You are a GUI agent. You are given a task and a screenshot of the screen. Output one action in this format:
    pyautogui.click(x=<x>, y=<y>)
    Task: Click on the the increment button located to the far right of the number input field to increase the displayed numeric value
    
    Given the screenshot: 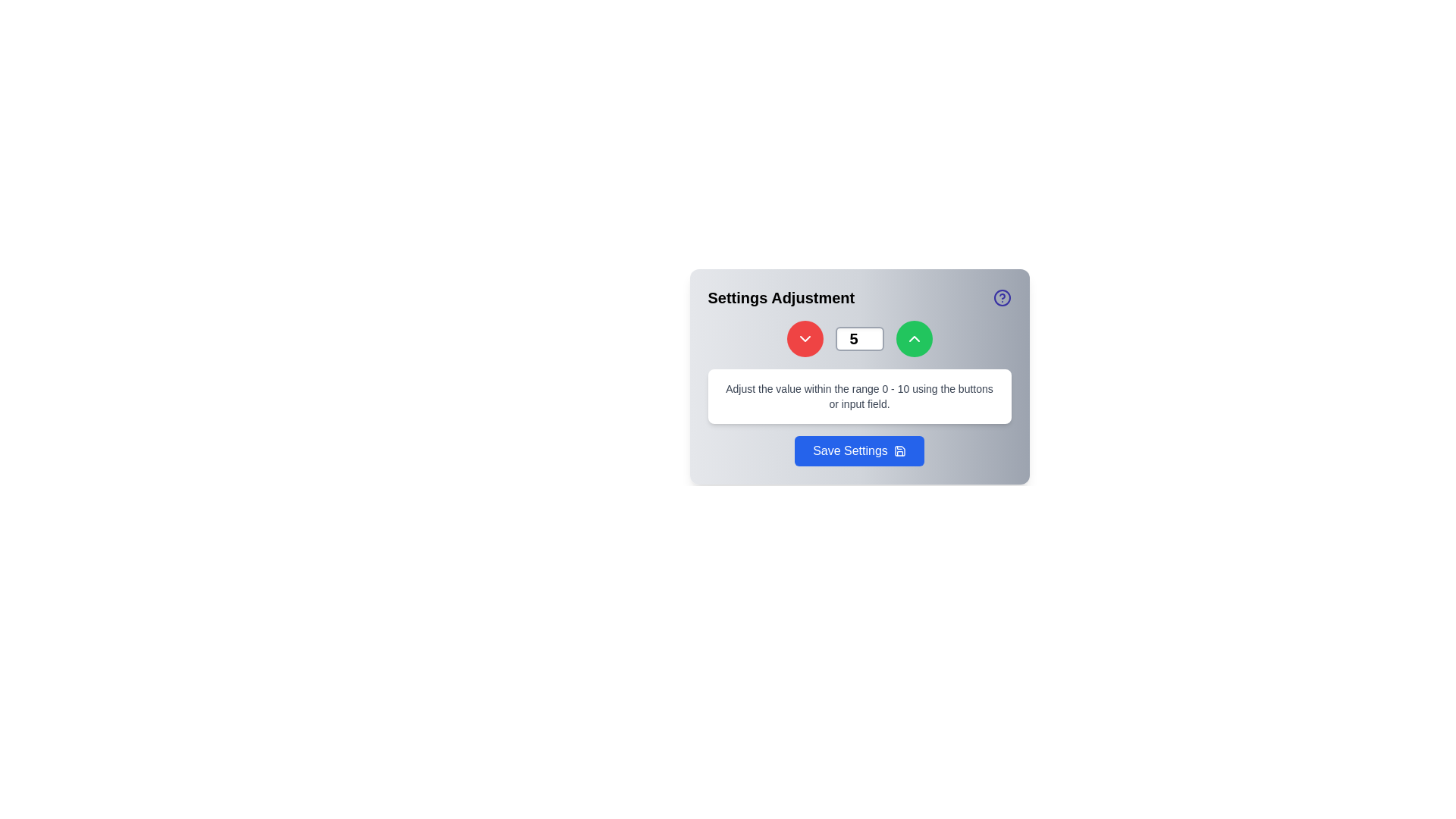 What is the action you would take?
    pyautogui.click(x=913, y=338)
    